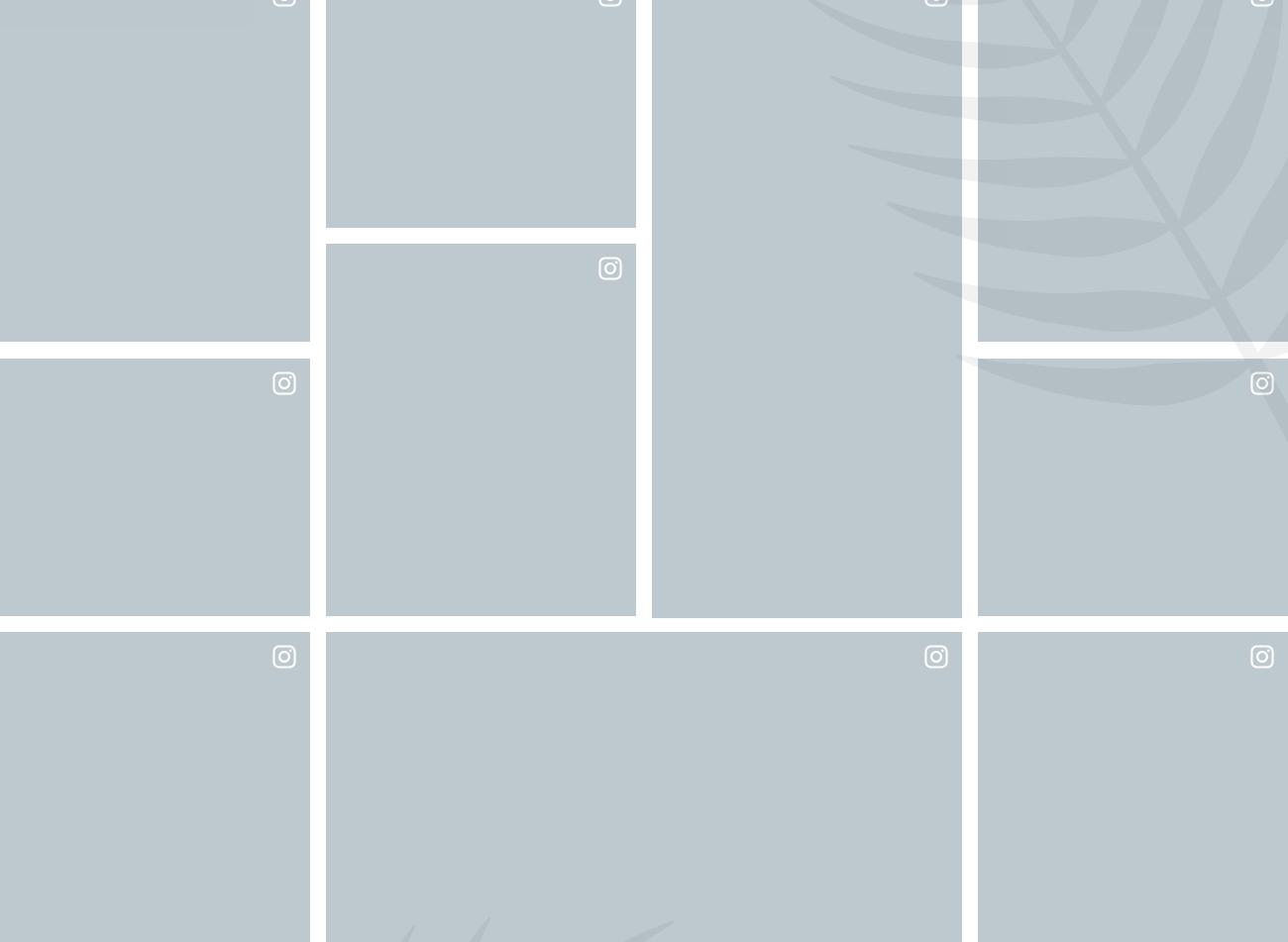 The image size is (1288, 942). What do you see at coordinates (1011, 813) in the screenshot?
I see `'Your furry family members deserve a vacation too! With doggie treats on arrival and complimentary baggies, enjoy the ult...'` at bounding box center [1011, 813].